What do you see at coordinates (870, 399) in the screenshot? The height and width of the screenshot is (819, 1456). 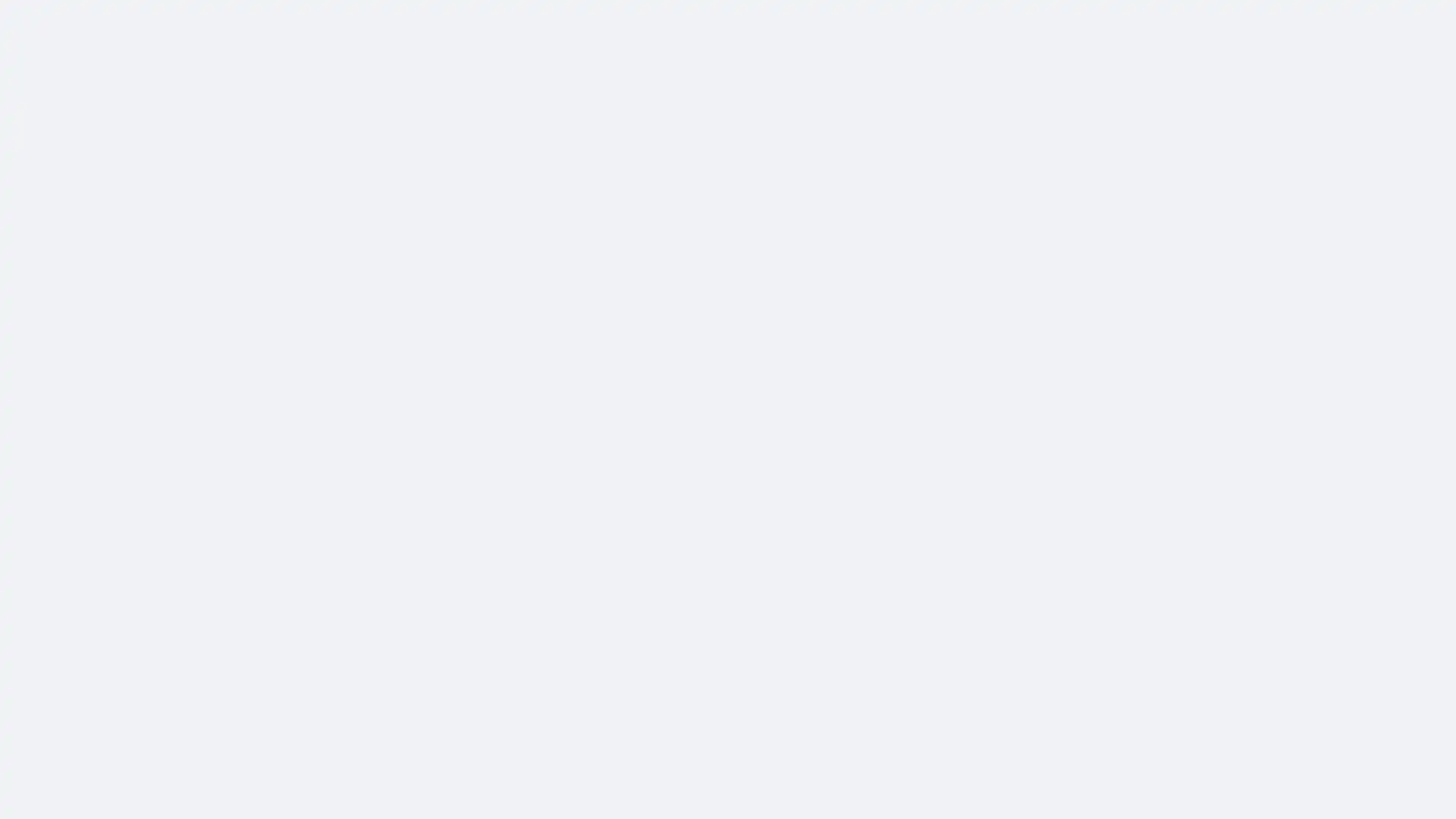 I see `Comment` at bounding box center [870, 399].